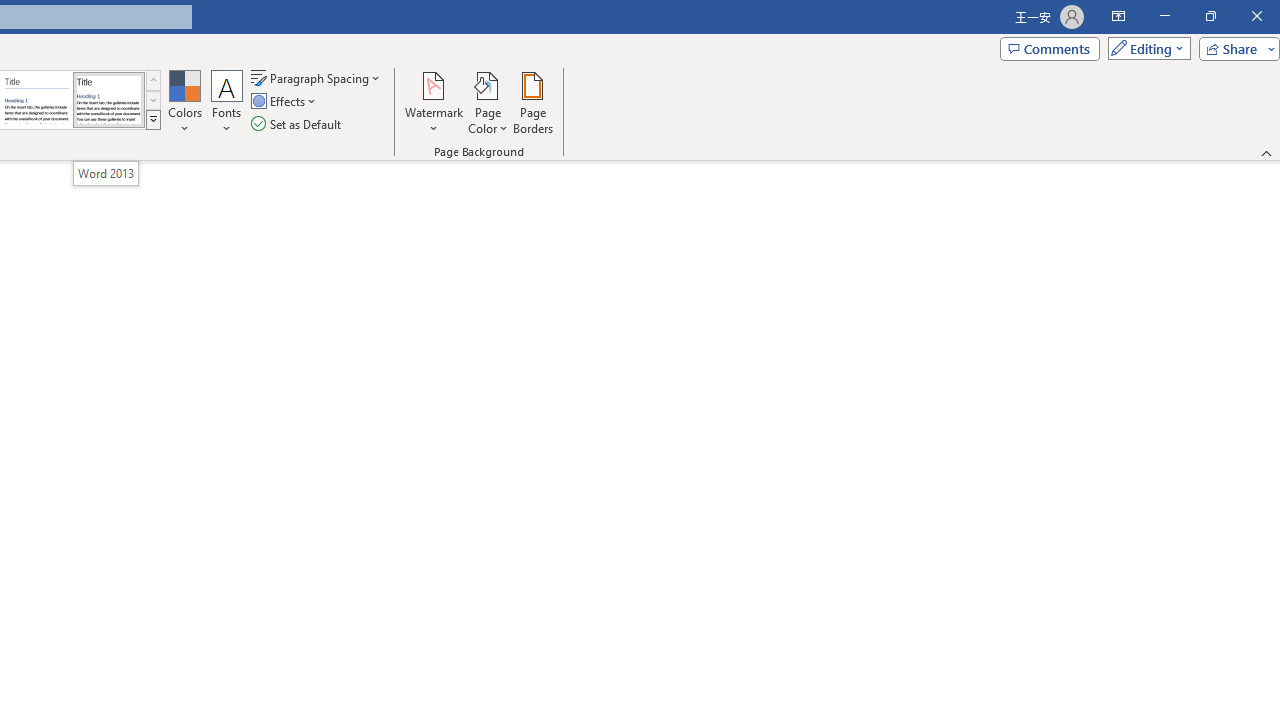 Image resolution: width=1280 pixels, height=720 pixels. I want to click on 'Page Borders...', so click(533, 103).